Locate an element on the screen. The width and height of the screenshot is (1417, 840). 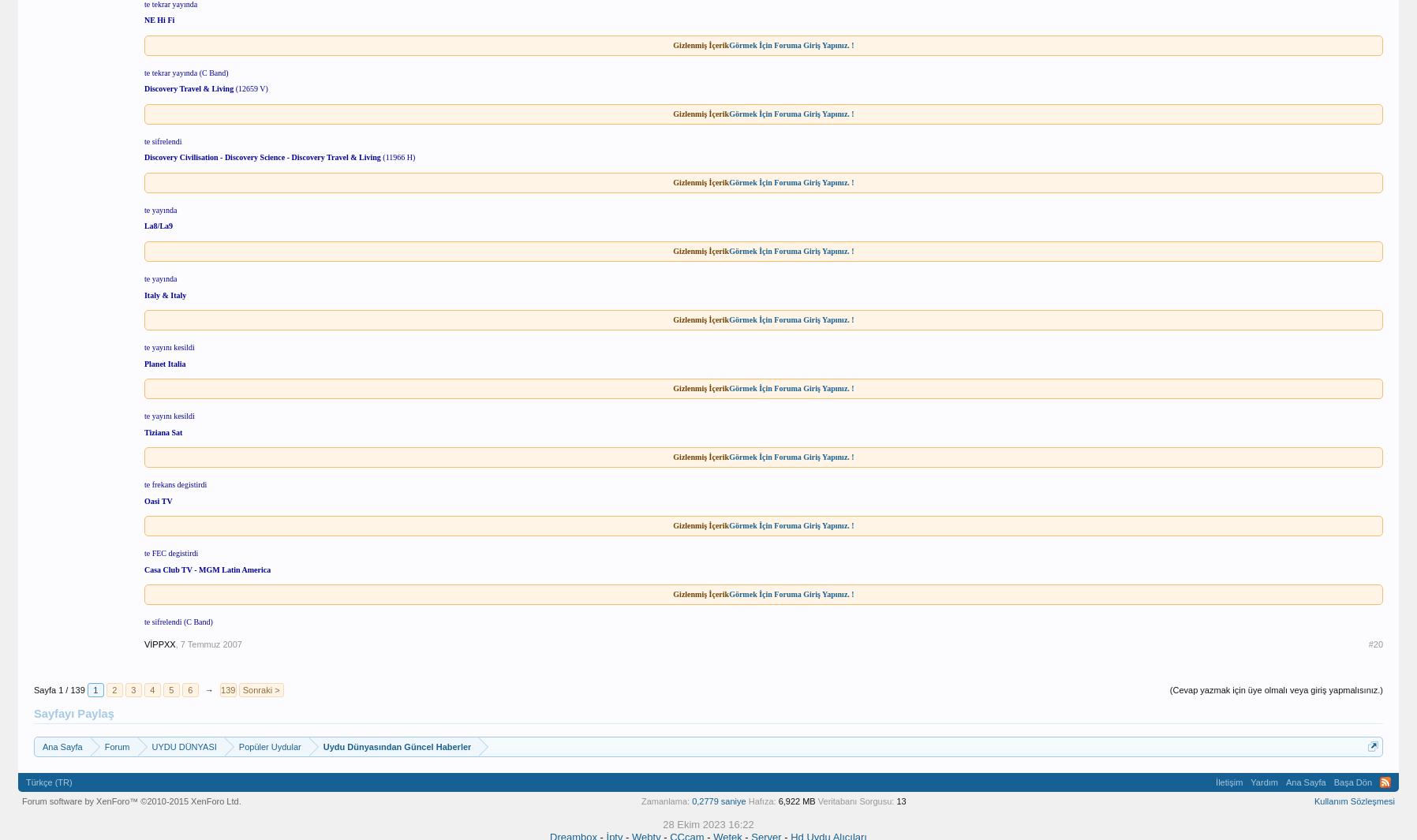
'VİPPXX' is located at coordinates (159, 644).